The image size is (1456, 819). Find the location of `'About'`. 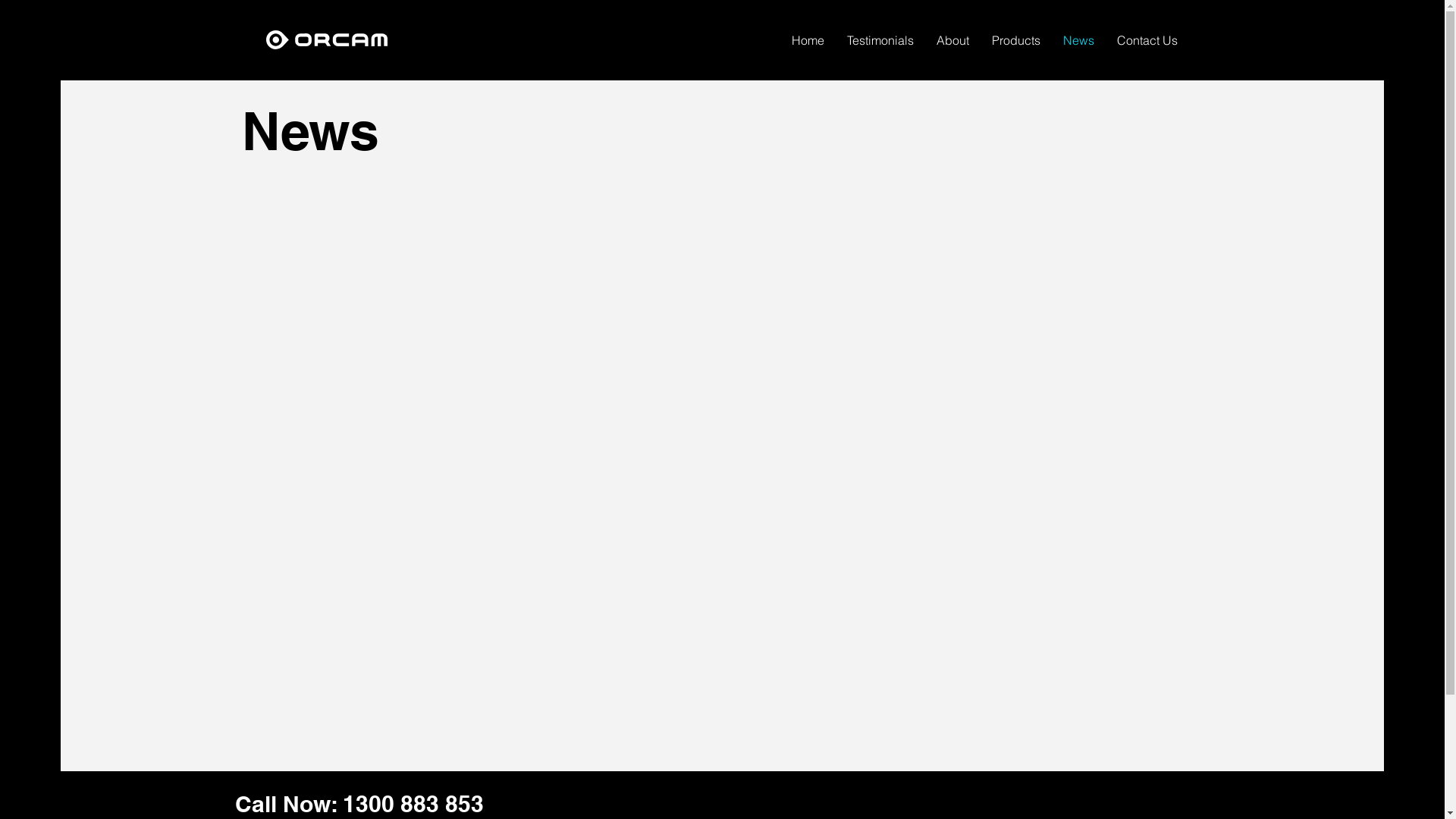

'About' is located at coordinates (952, 39).